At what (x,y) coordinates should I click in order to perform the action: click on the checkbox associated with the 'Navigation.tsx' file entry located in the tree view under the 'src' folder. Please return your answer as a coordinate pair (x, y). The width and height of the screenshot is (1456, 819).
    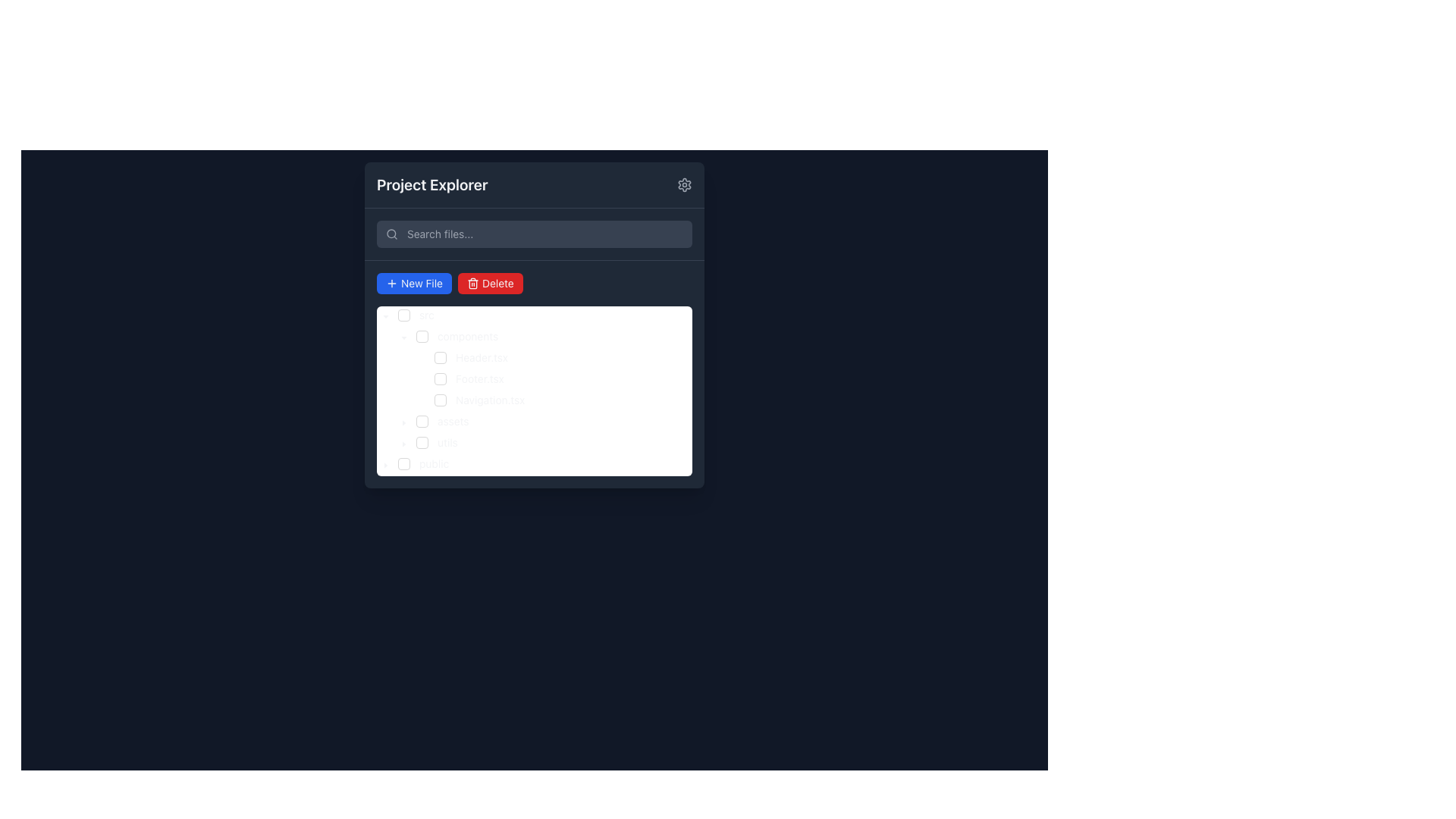
    Looking at the image, I should click on (439, 400).